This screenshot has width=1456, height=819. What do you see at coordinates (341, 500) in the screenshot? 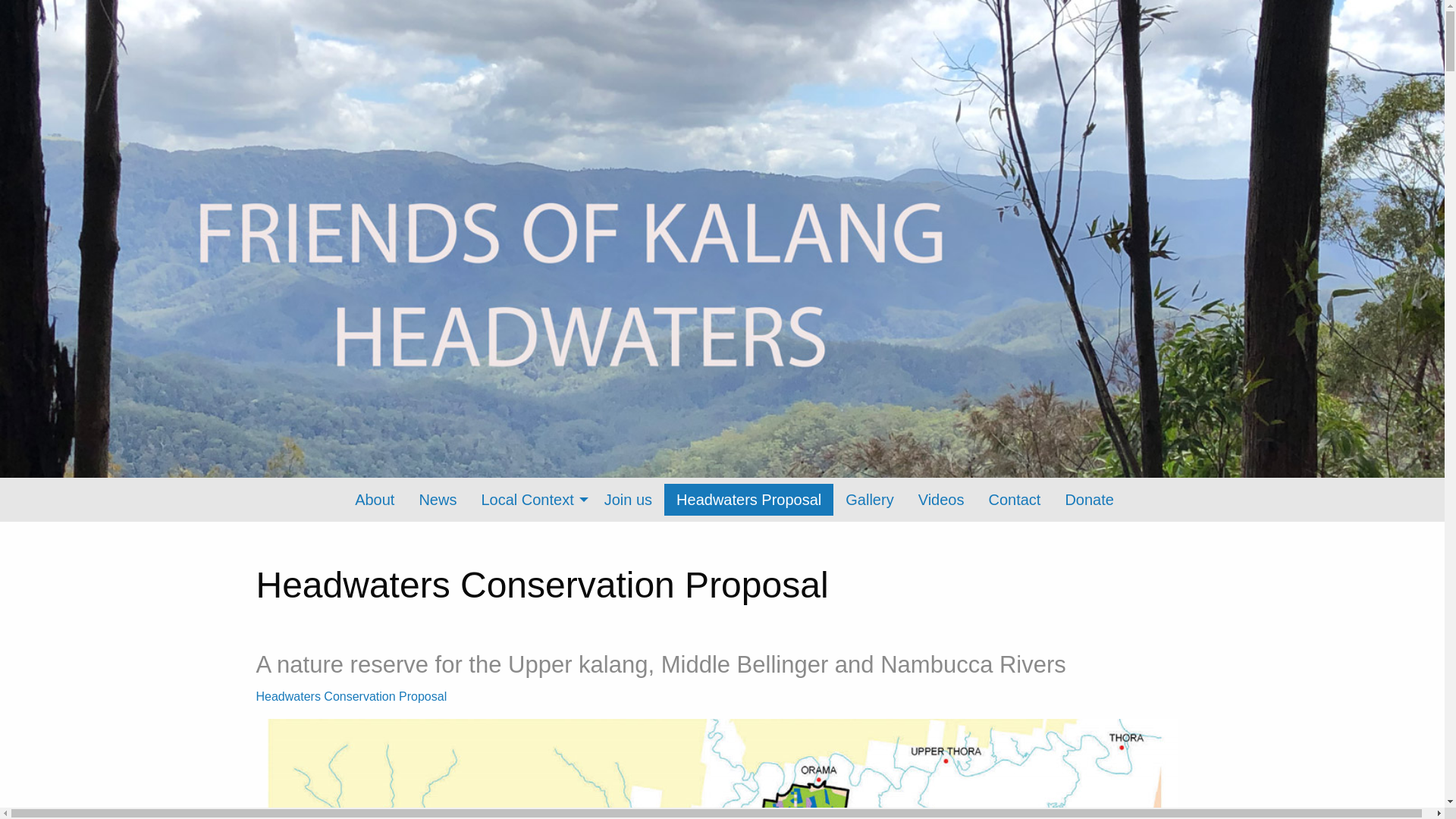
I see `'About'` at bounding box center [341, 500].